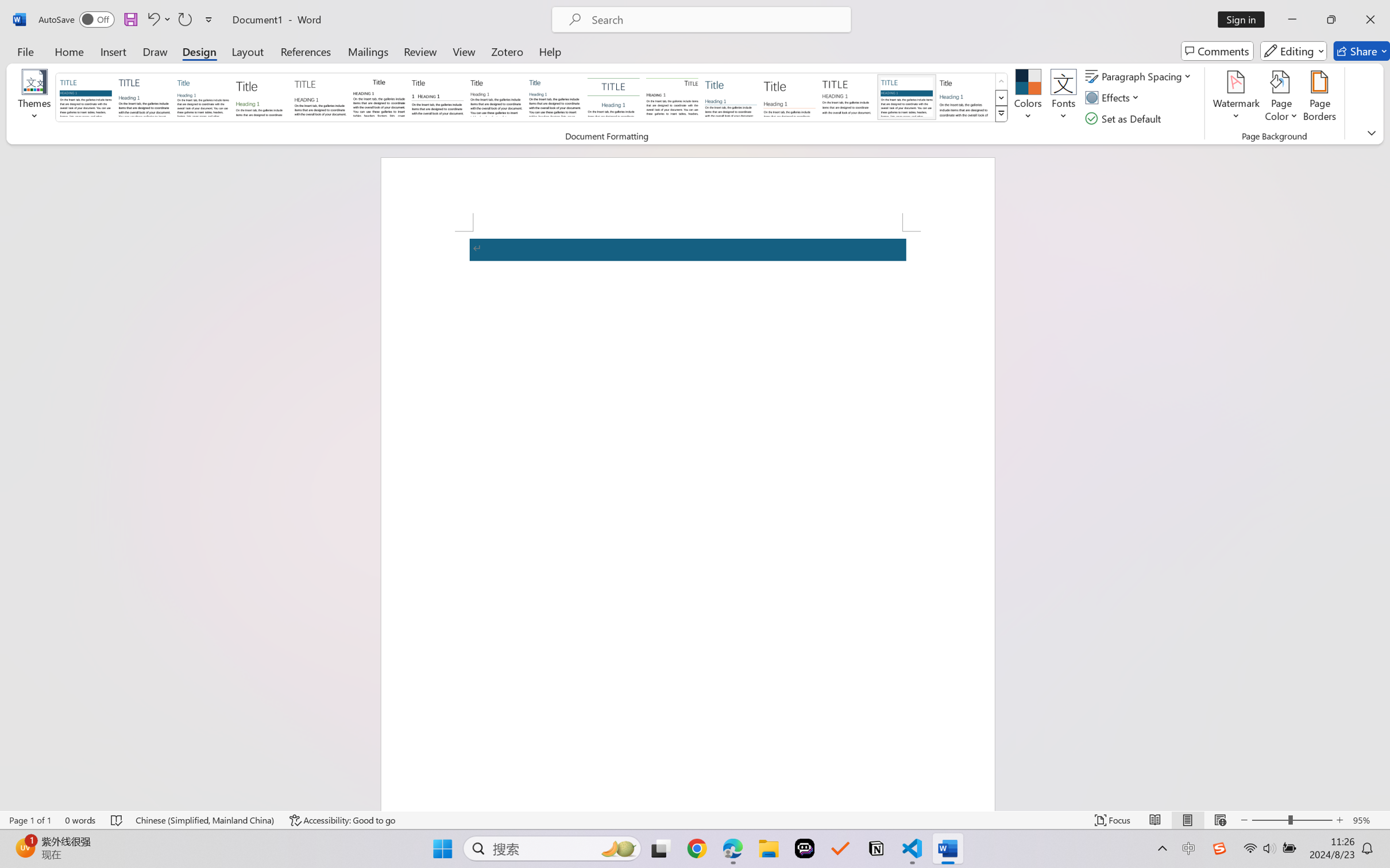  Describe the element at coordinates (1063, 98) in the screenshot. I see `'Fonts'` at that location.